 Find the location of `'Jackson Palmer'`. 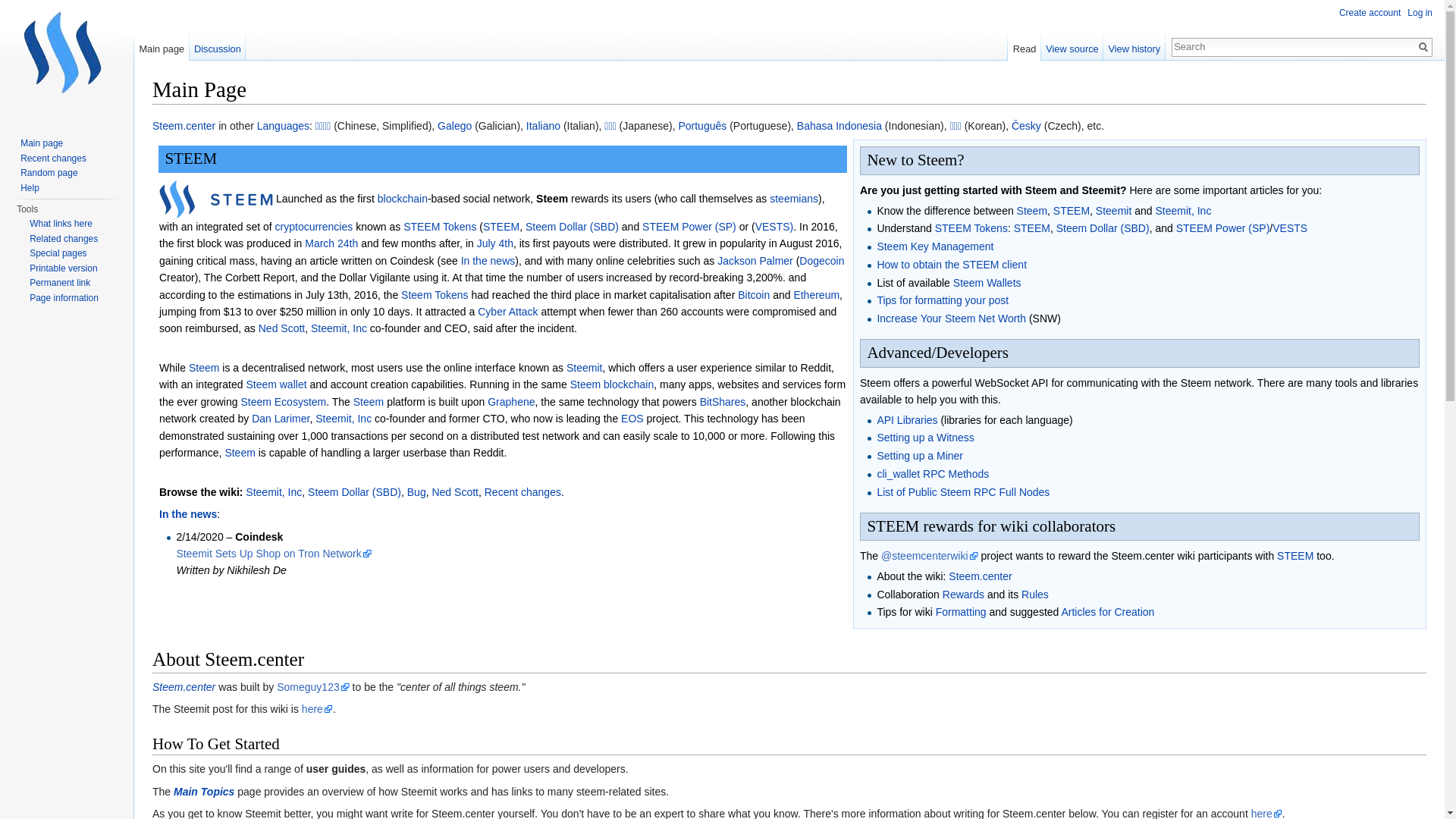

'Jackson Palmer' is located at coordinates (716, 259).